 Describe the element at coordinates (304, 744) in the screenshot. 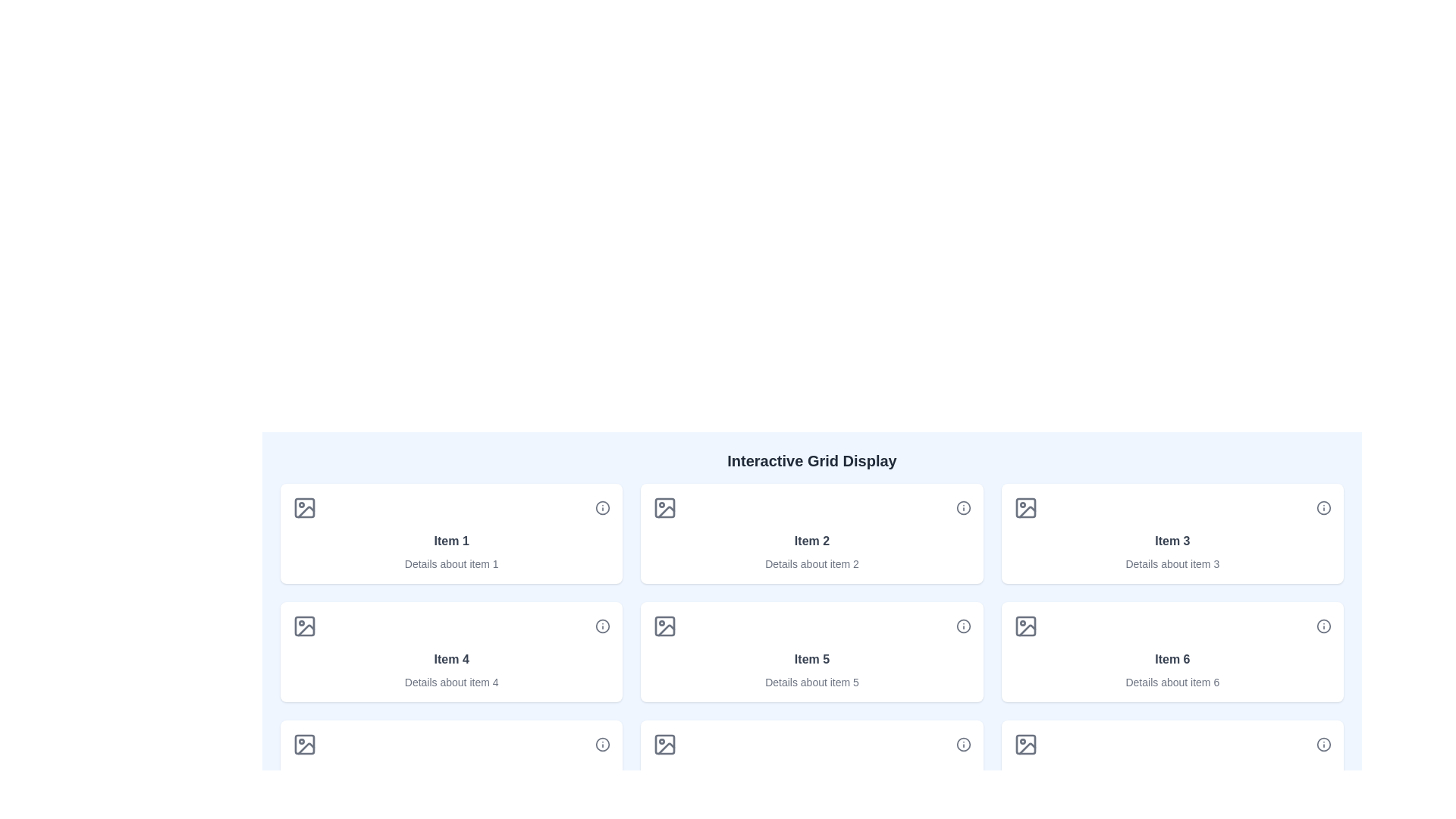

I see `the SVG rectangular shape that represents an image placeholder in the bottom-left tile of the grid interface` at that location.